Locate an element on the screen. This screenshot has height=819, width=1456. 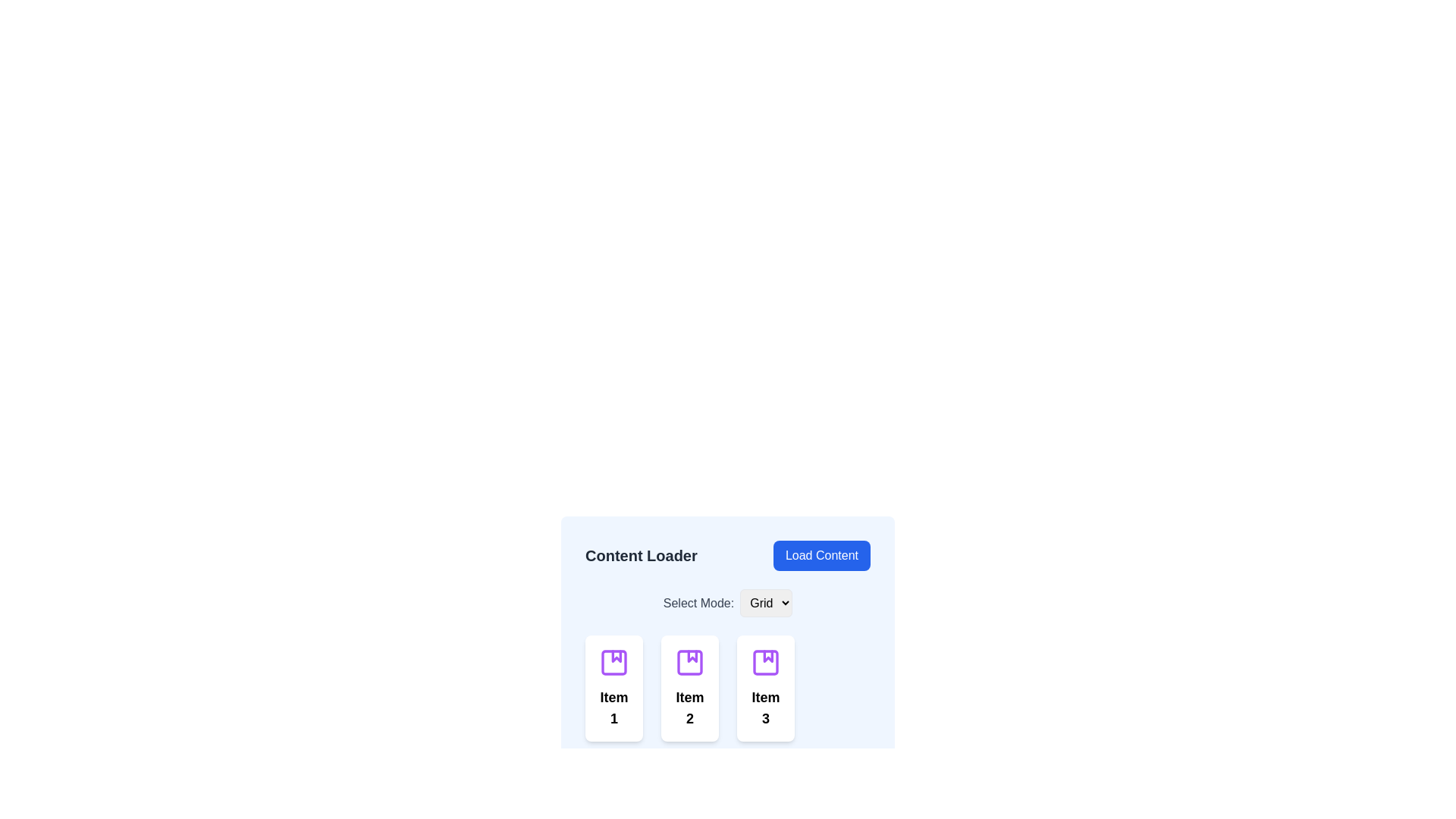
the first card in the grid layout for accessibility navigation is located at coordinates (614, 688).